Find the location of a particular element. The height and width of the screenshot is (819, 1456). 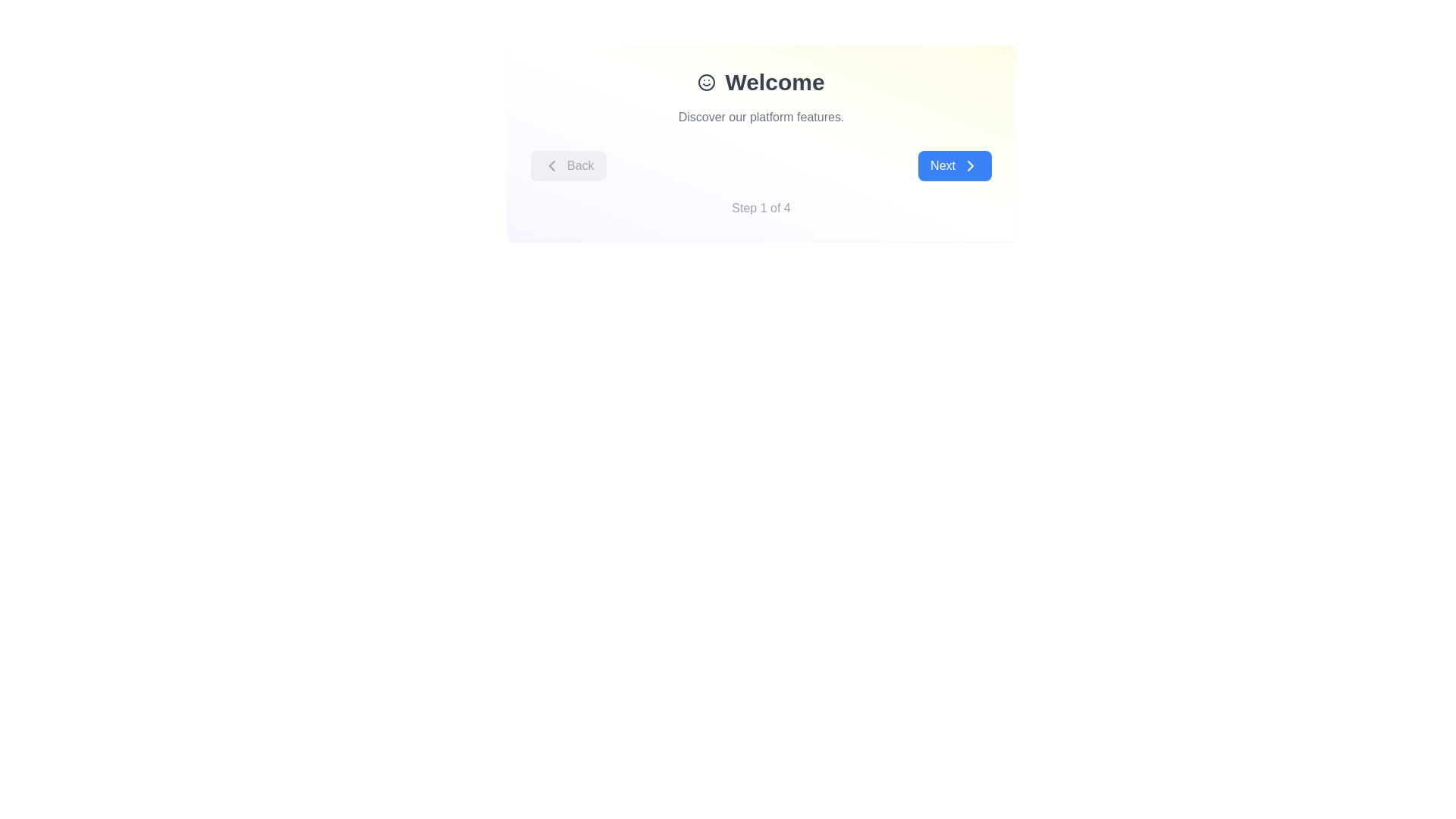

the Header Text with Icon reading 'Welcome' to emphasize it is located at coordinates (761, 82).